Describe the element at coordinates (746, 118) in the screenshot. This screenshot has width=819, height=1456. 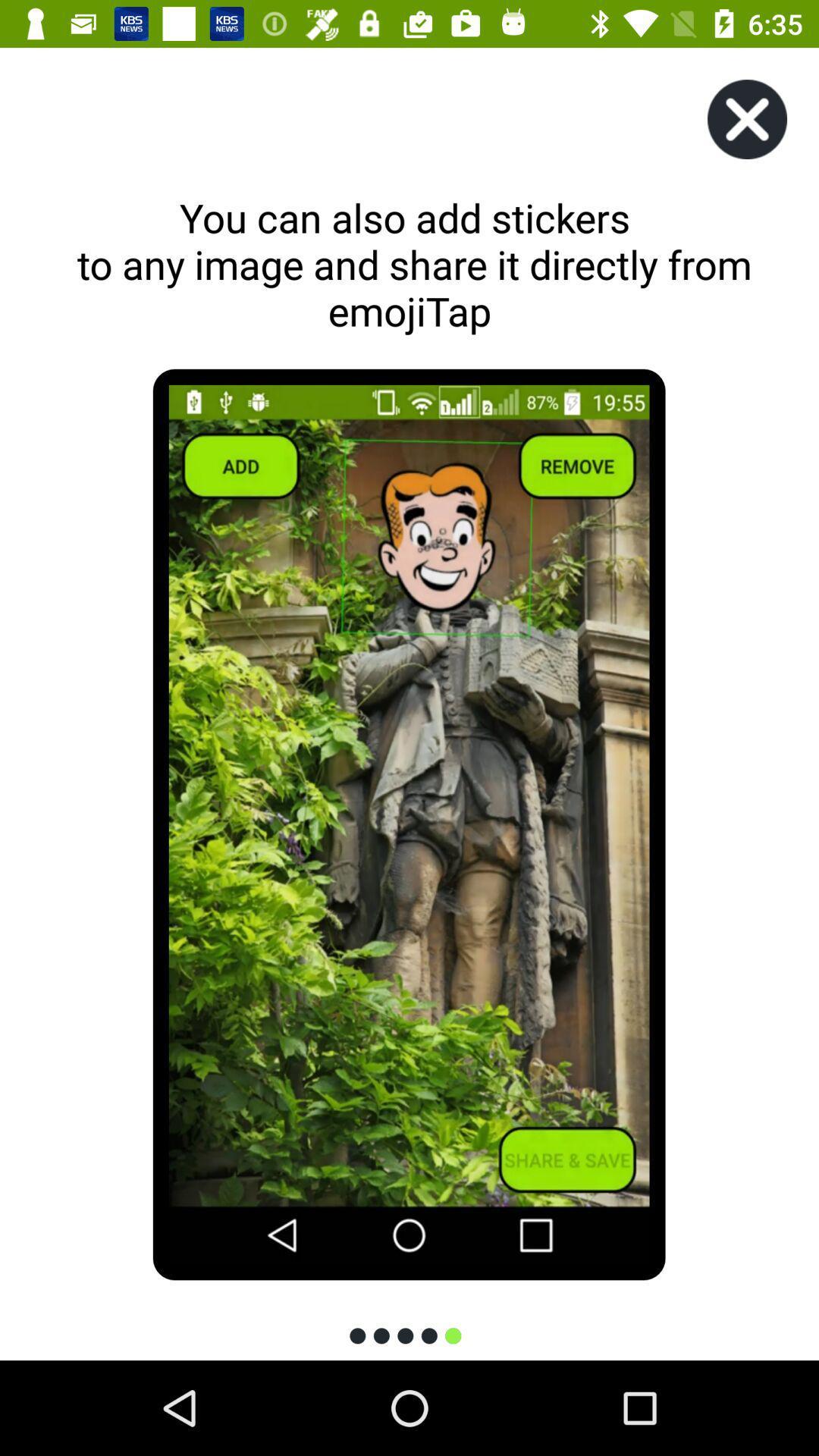
I see `icon above the you can also` at that location.